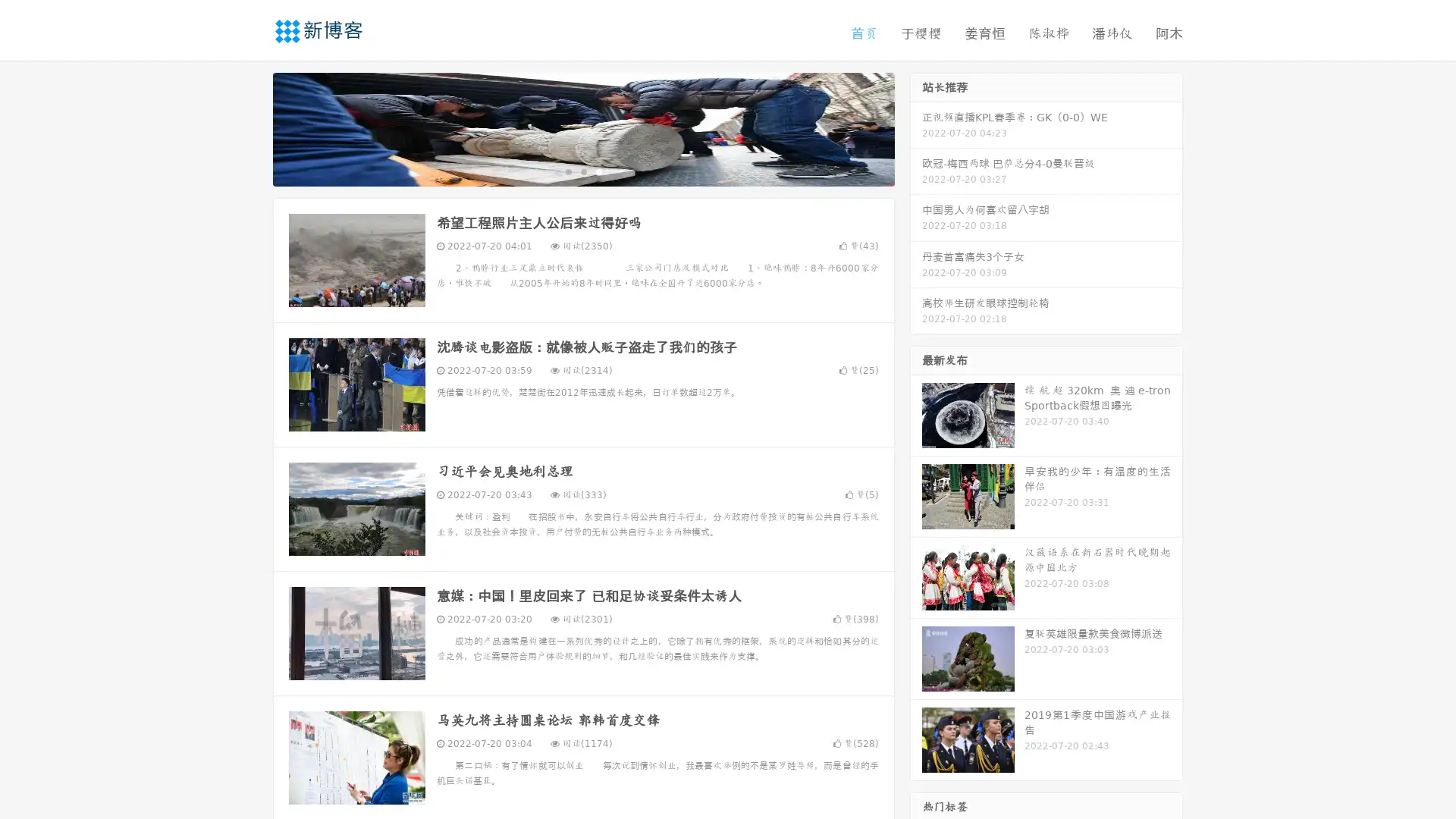  Describe the element at coordinates (582, 171) in the screenshot. I see `Go to slide 2` at that location.